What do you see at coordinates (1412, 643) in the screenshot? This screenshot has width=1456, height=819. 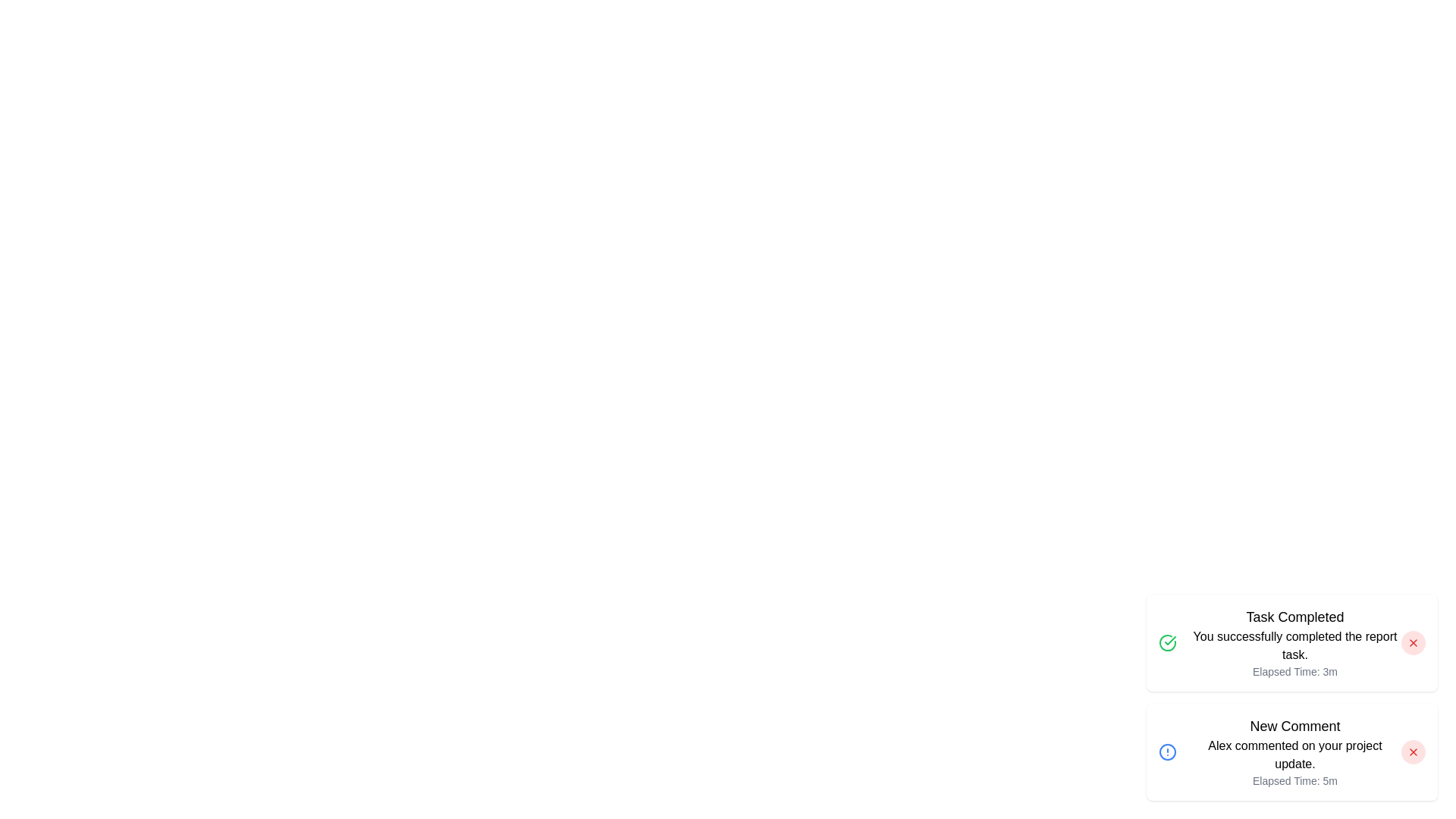 I see `the close button of the first notification` at bounding box center [1412, 643].